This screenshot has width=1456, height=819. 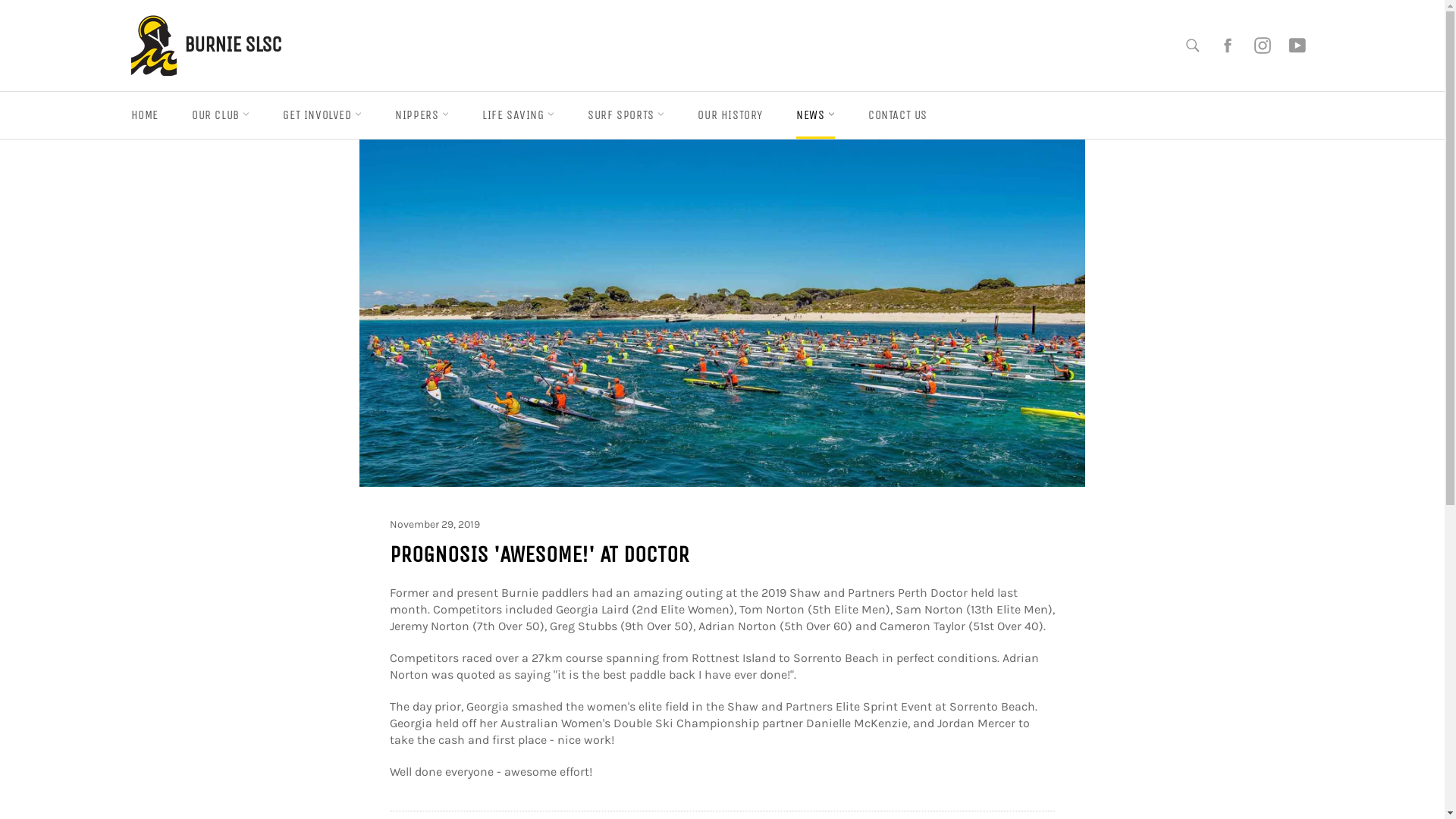 What do you see at coordinates (220, 114) in the screenshot?
I see `'OUR CLUB'` at bounding box center [220, 114].